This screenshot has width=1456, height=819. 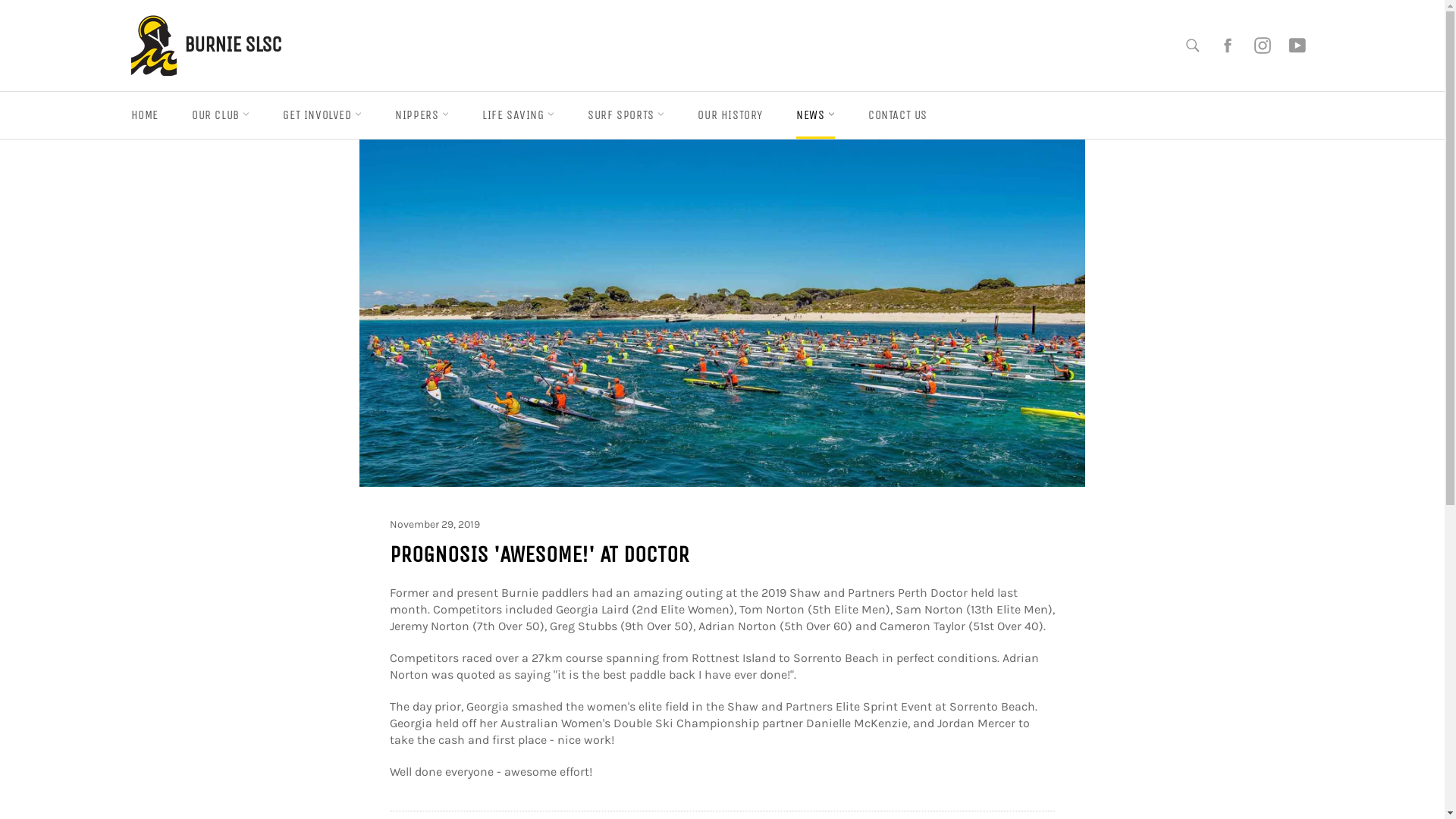 What do you see at coordinates (220, 114) in the screenshot?
I see `'OUR CLUB'` at bounding box center [220, 114].